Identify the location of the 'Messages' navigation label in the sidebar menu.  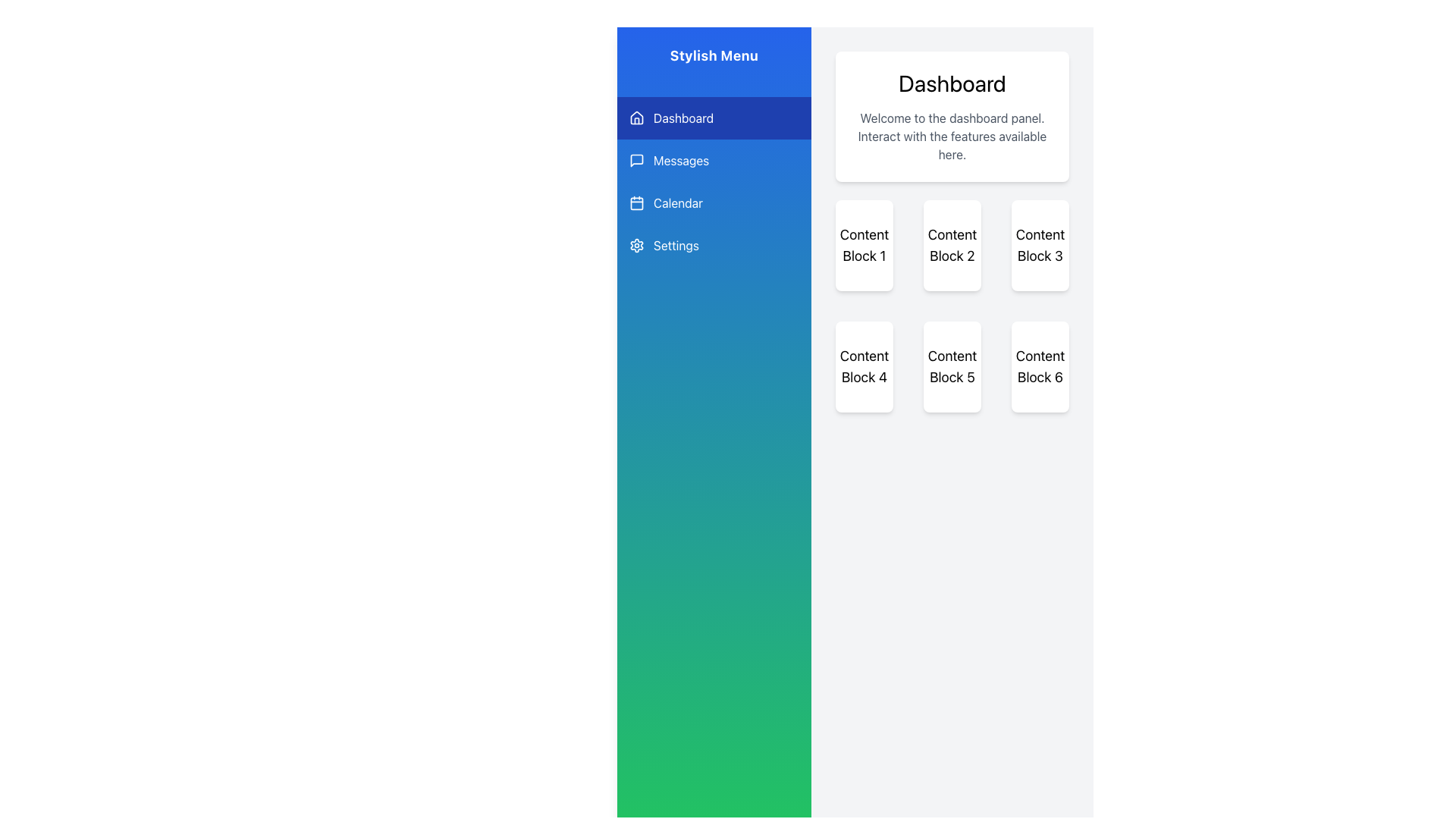
(680, 161).